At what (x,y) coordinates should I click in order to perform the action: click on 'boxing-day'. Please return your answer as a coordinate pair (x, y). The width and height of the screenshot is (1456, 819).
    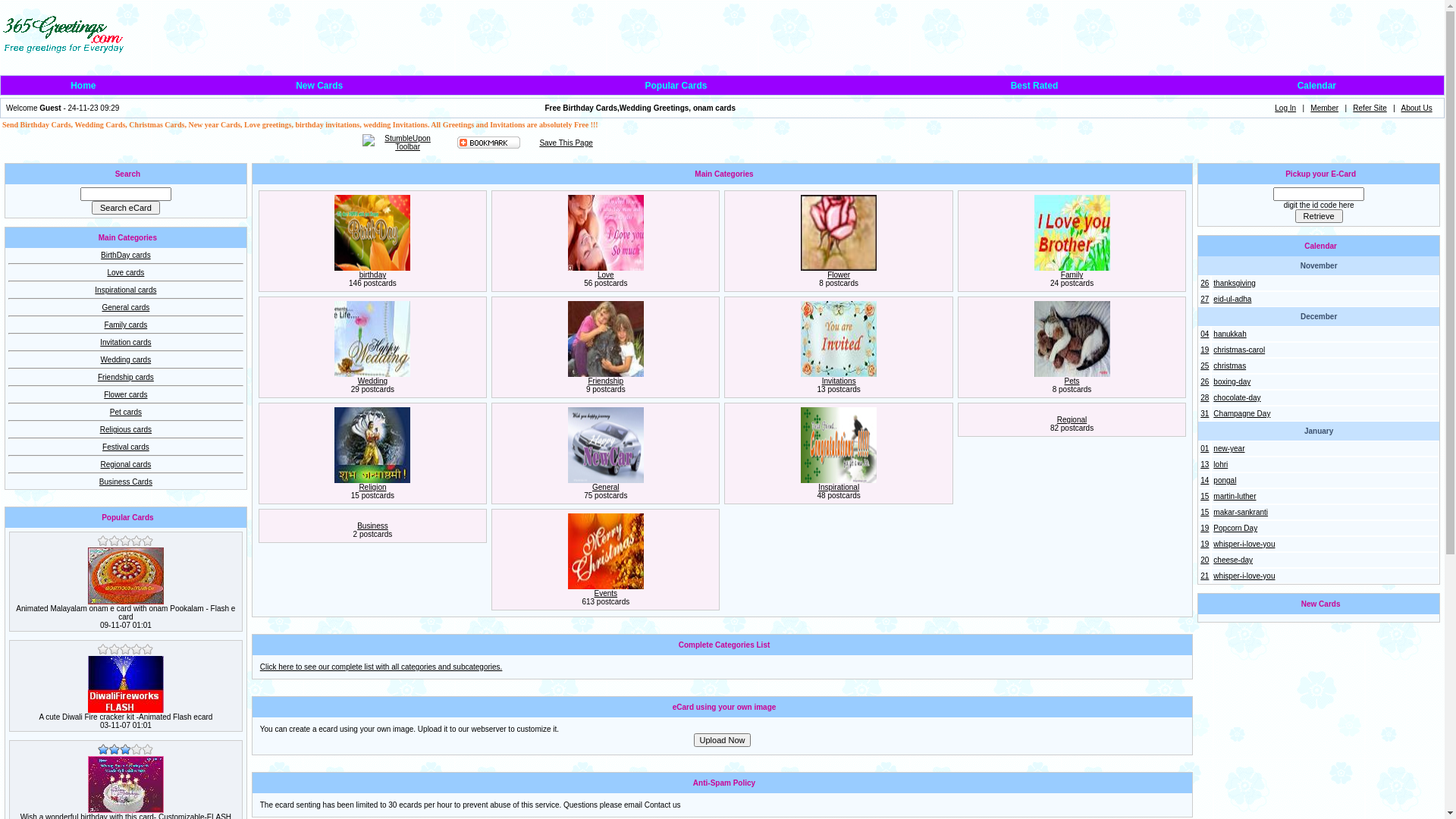
    Looking at the image, I should click on (1232, 381).